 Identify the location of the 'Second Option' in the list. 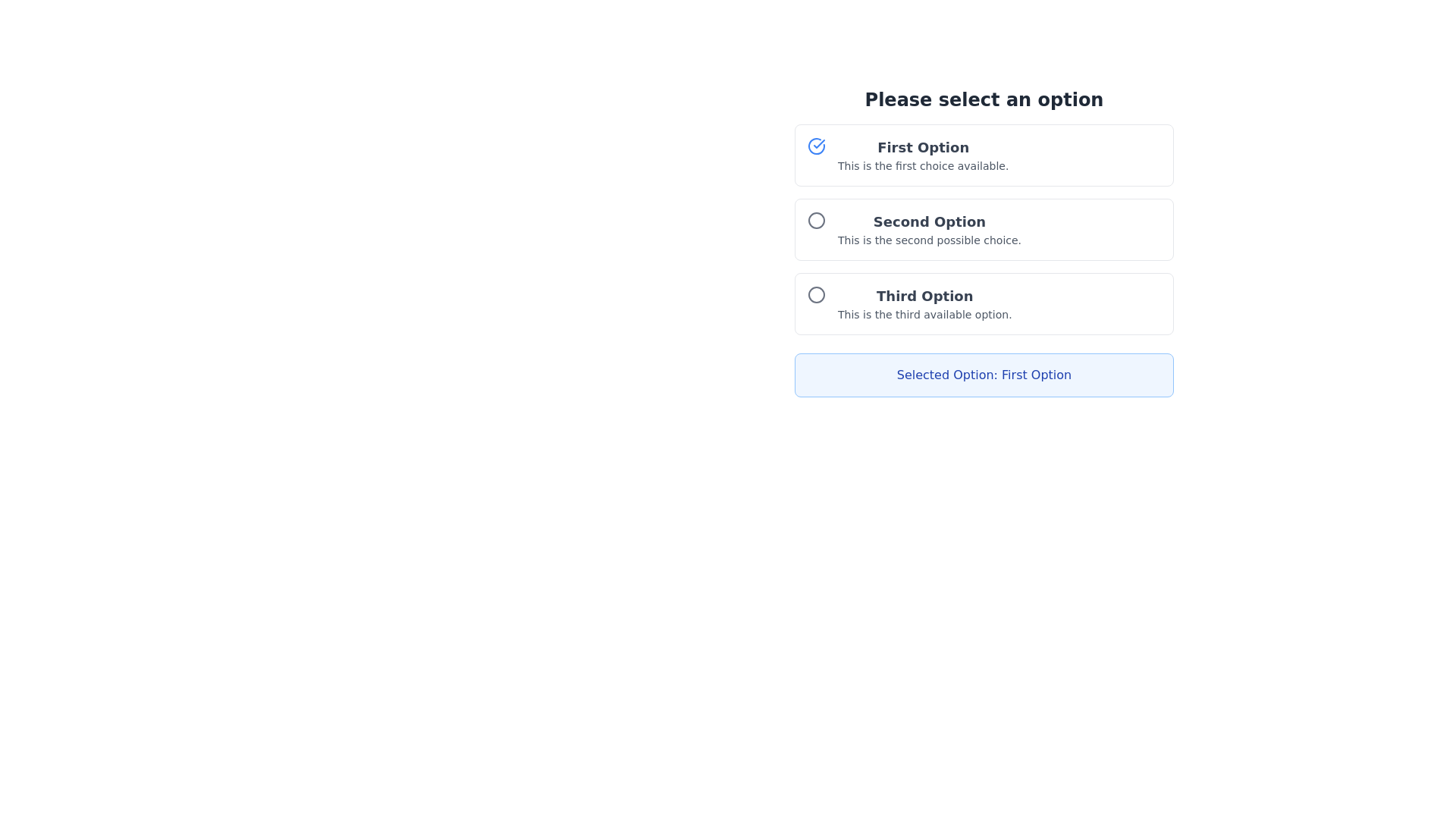
(984, 227).